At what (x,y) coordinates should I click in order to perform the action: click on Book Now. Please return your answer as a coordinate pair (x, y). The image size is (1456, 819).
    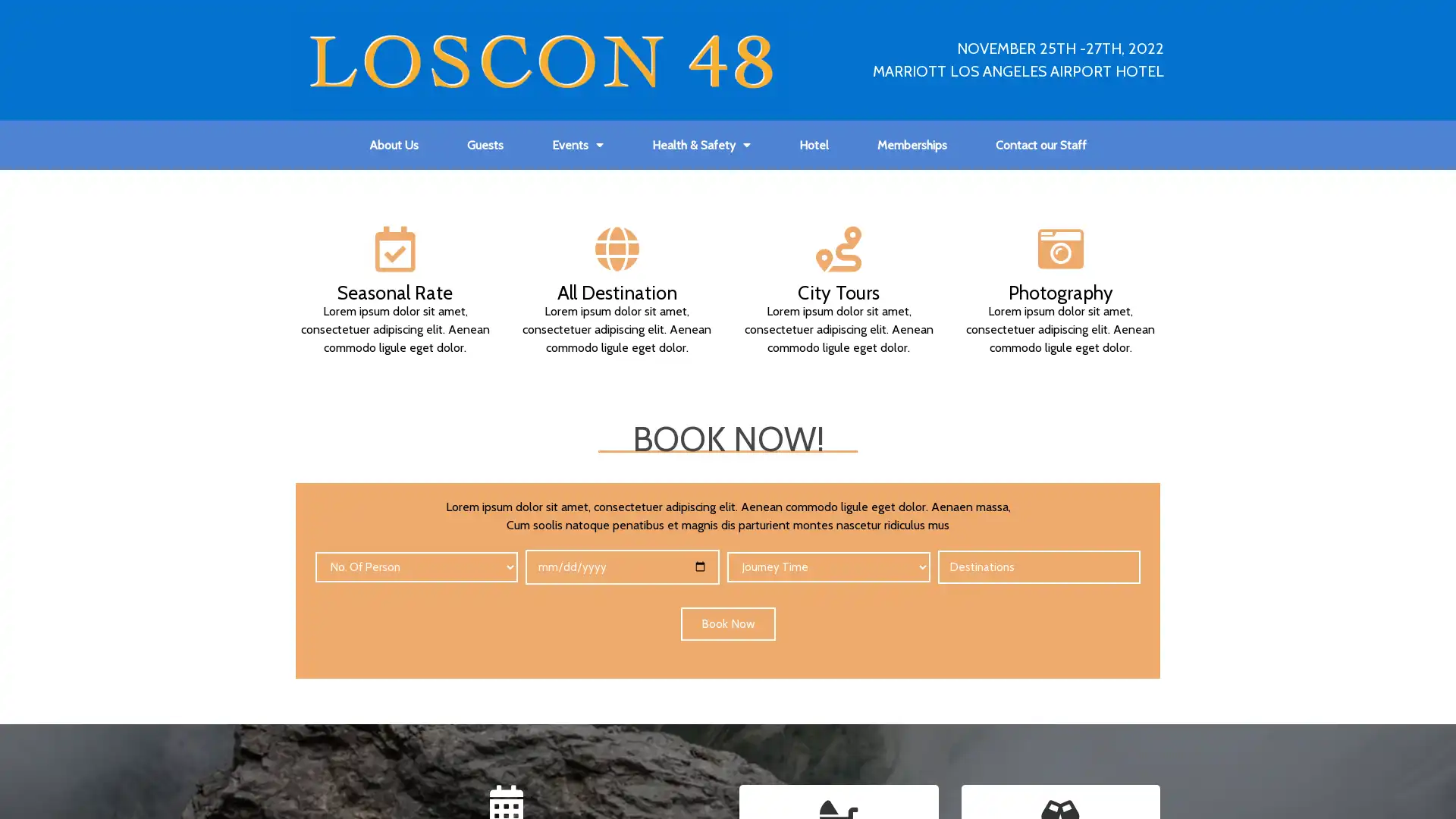
    Looking at the image, I should click on (726, 623).